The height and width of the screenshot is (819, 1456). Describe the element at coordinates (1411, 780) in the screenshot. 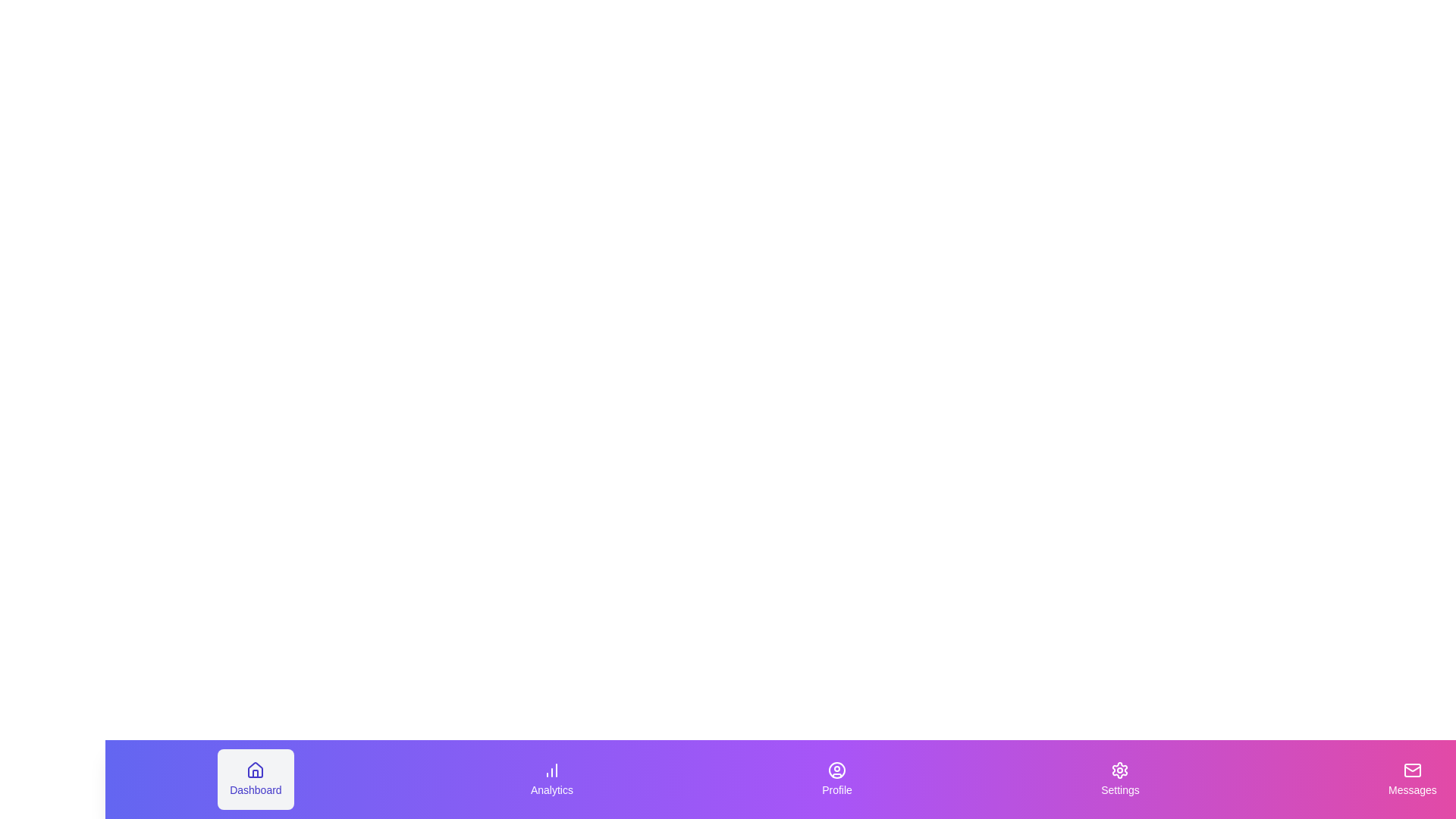

I see `the Messages tab to activate it` at that location.